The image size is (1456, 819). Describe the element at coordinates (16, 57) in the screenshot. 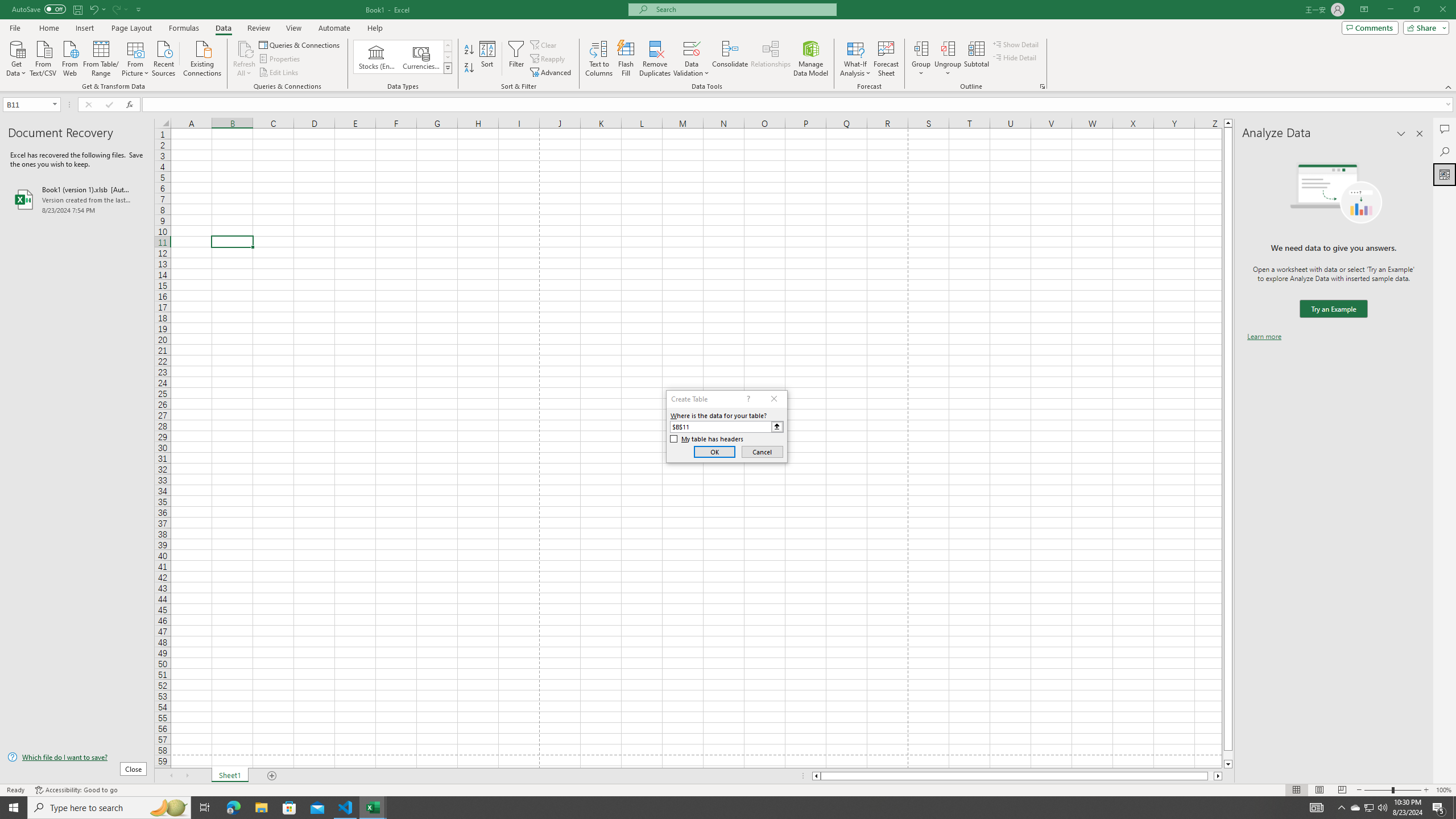

I see `'Get Data'` at that location.